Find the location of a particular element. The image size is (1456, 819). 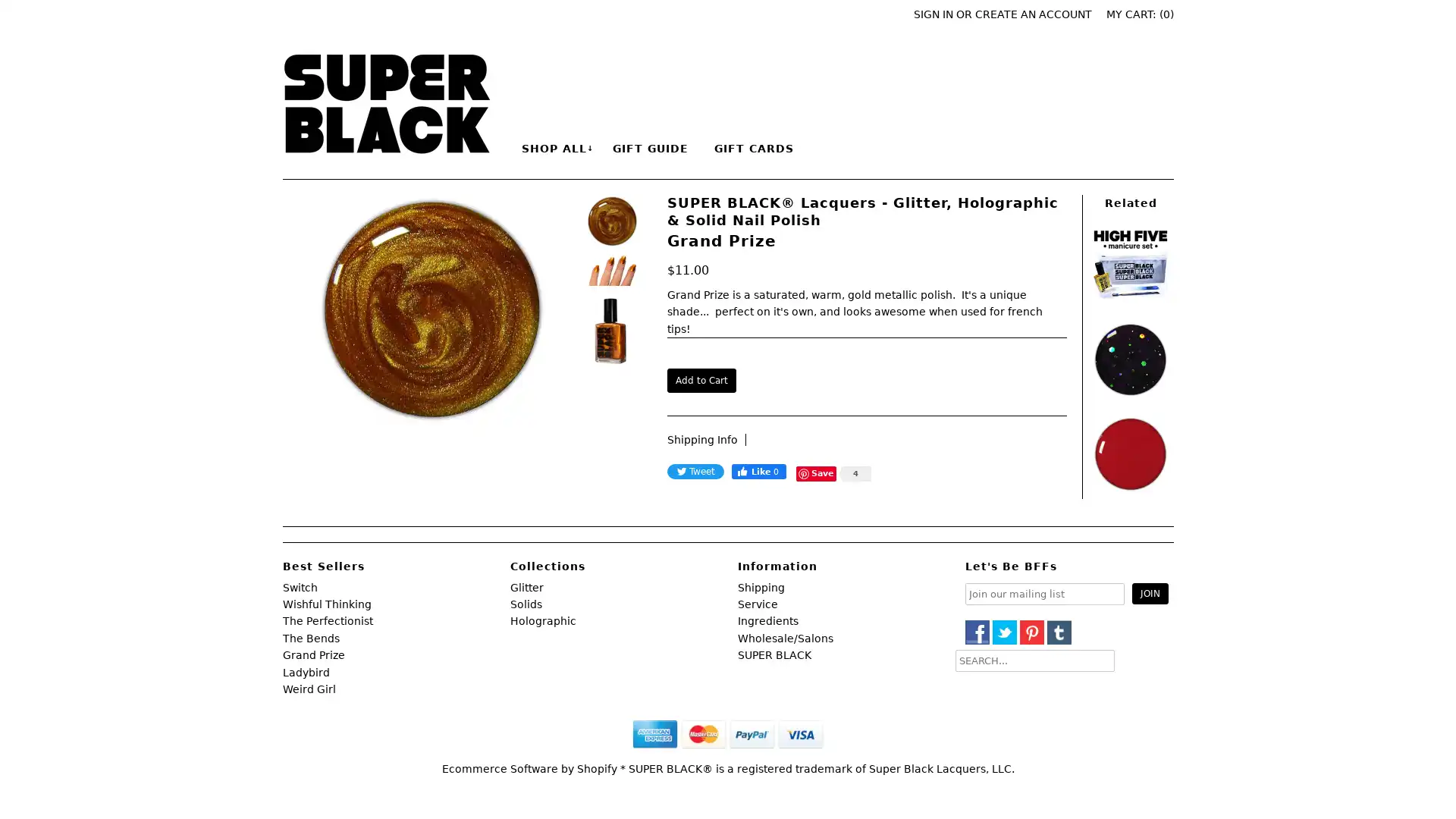

JOIN is located at coordinates (1150, 592).